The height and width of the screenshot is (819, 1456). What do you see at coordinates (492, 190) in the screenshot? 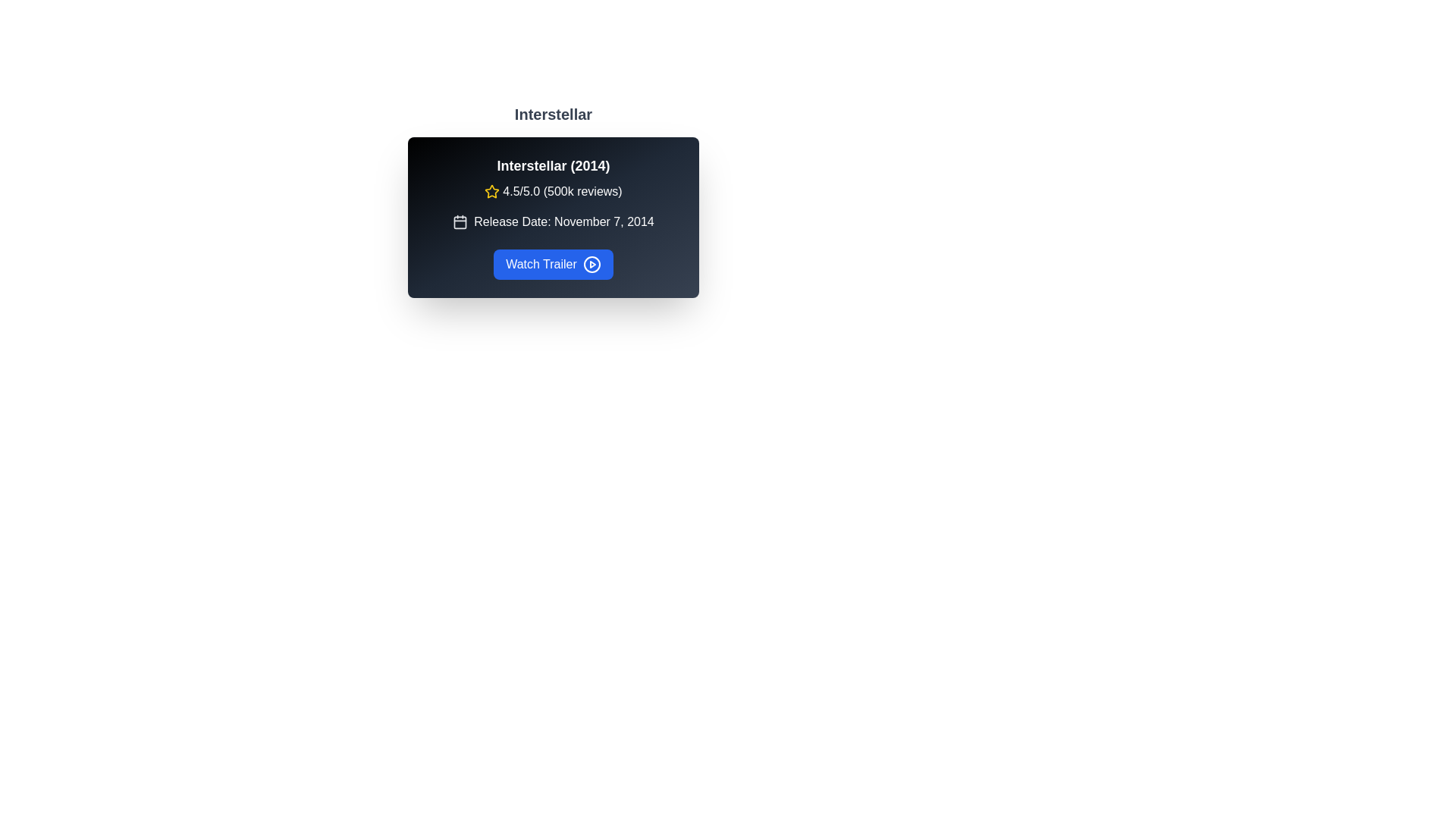
I see `the star icon representing the rating system for the movie 'Interstellar' from its current position` at bounding box center [492, 190].